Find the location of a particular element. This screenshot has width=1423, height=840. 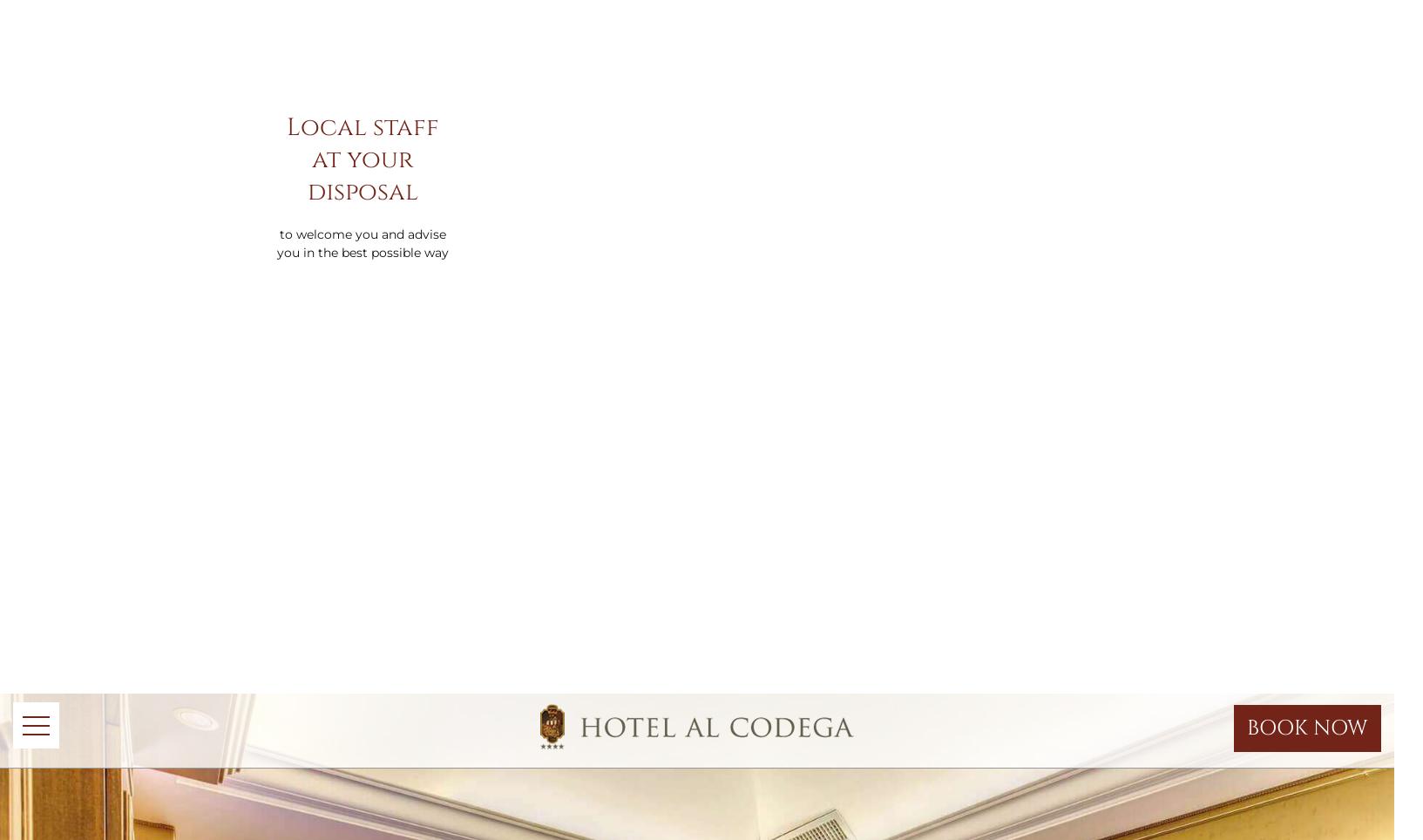

'-' is located at coordinates (1037, 132).